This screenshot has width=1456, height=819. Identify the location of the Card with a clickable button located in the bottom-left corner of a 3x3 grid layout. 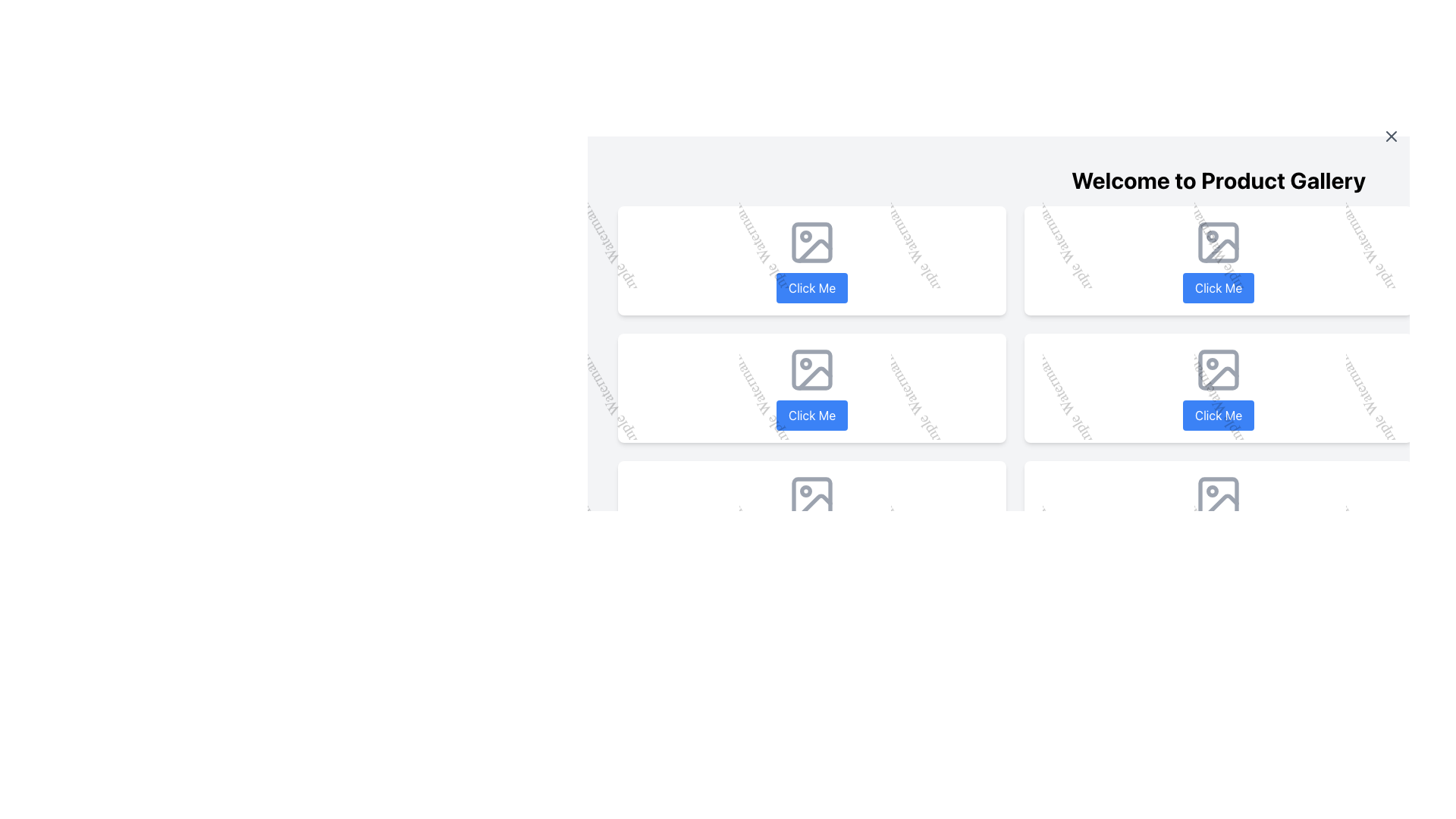
(811, 514).